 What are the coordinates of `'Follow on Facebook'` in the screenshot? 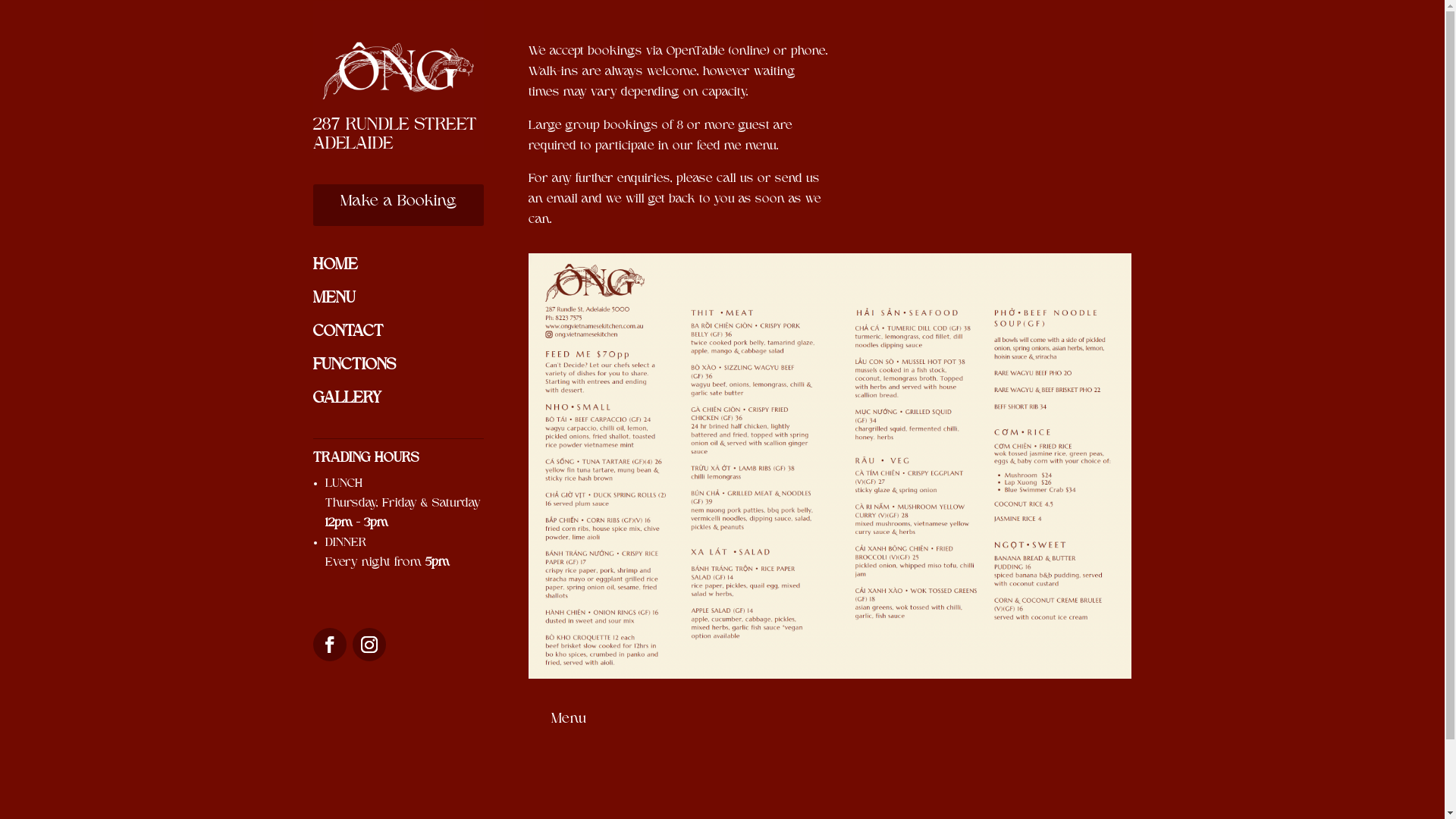 It's located at (328, 644).